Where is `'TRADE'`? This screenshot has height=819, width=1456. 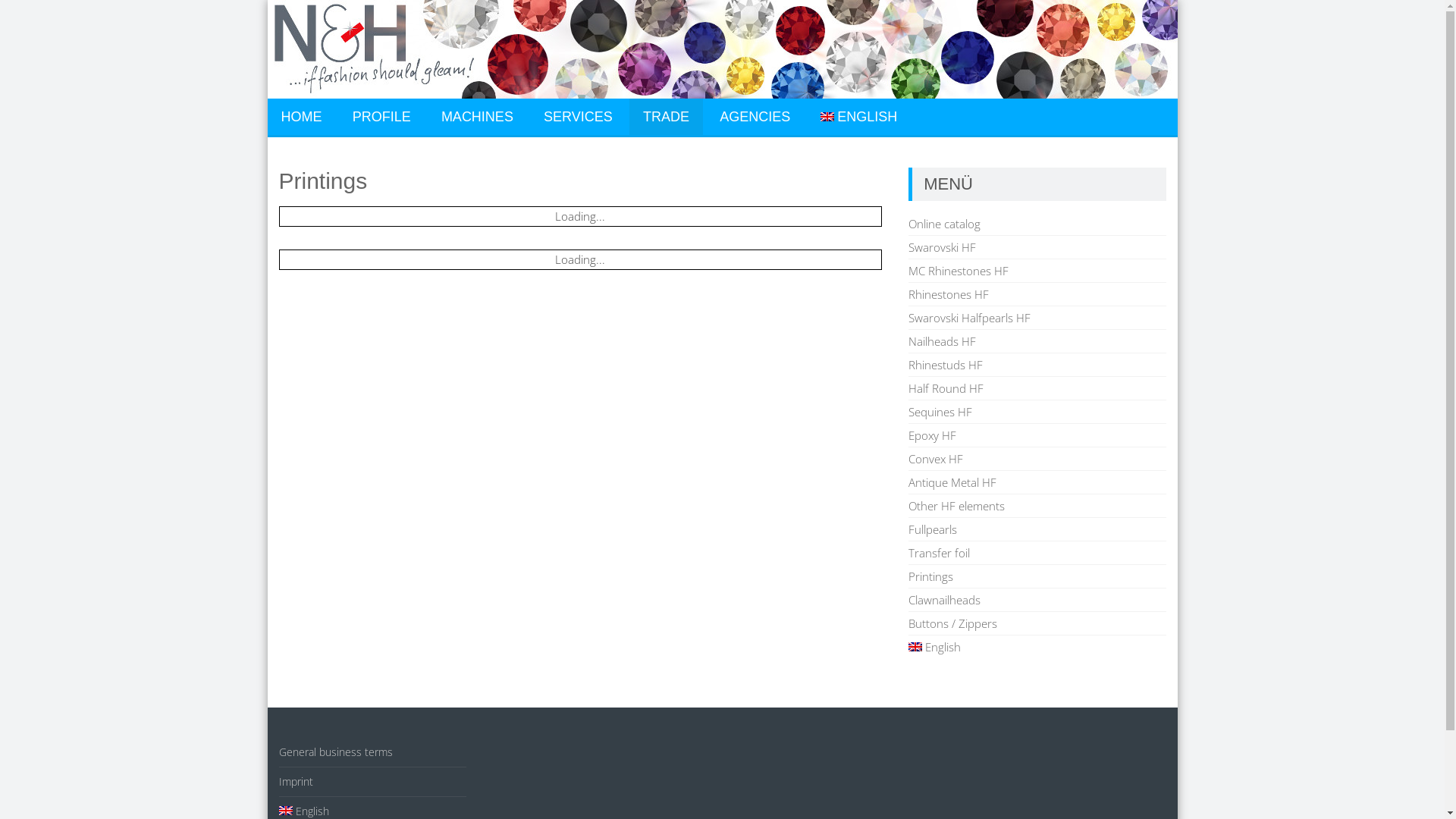
'TRADE' is located at coordinates (666, 116).